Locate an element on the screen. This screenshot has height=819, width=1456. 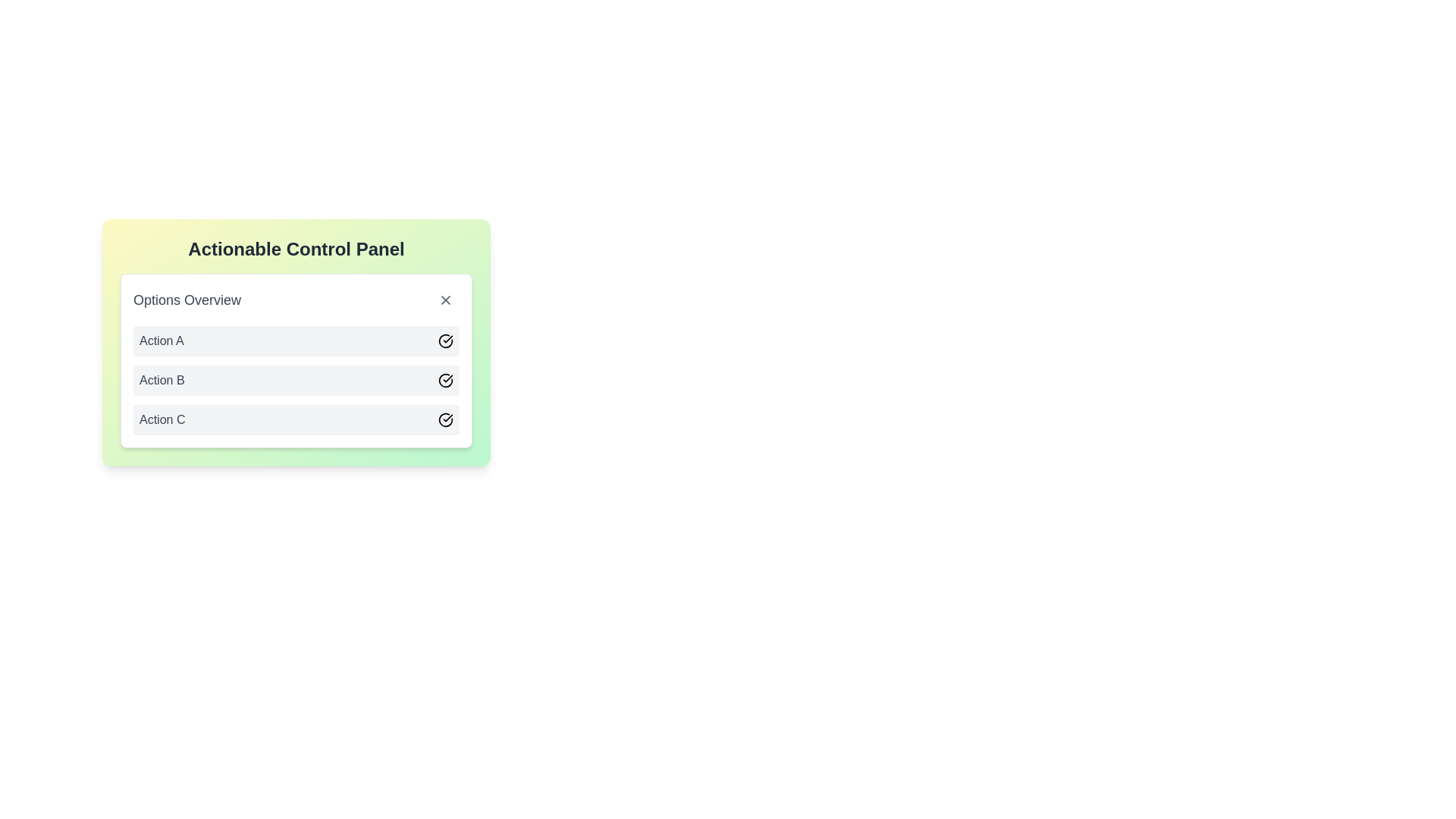
the circular icon with a check mark inside it, located to the right of the 'Action B' label is located at coordinates (445, 379).